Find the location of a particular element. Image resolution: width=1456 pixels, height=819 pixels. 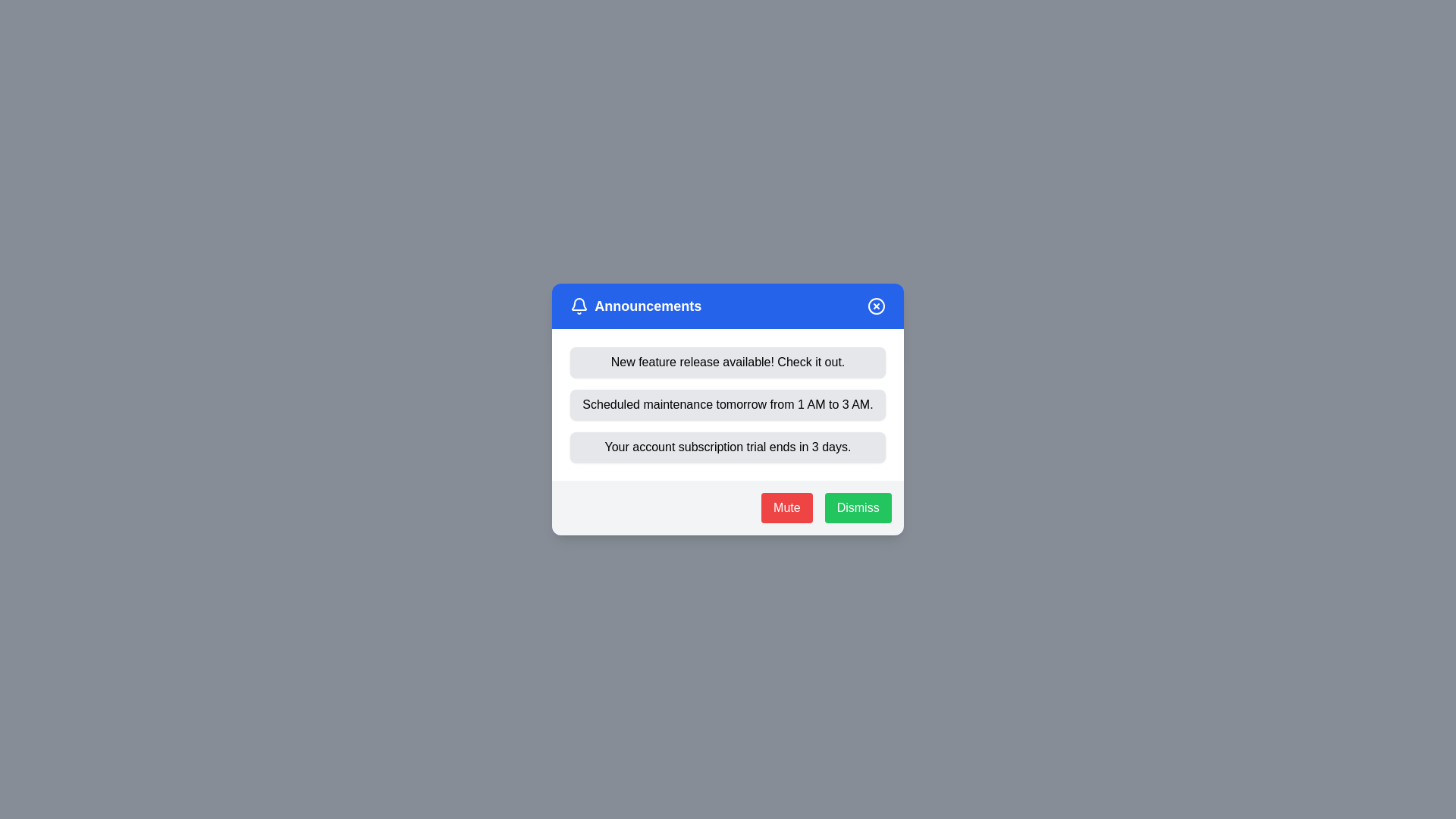

the close icon in the header to close the notification dialog is located at coordinates (876, 306).